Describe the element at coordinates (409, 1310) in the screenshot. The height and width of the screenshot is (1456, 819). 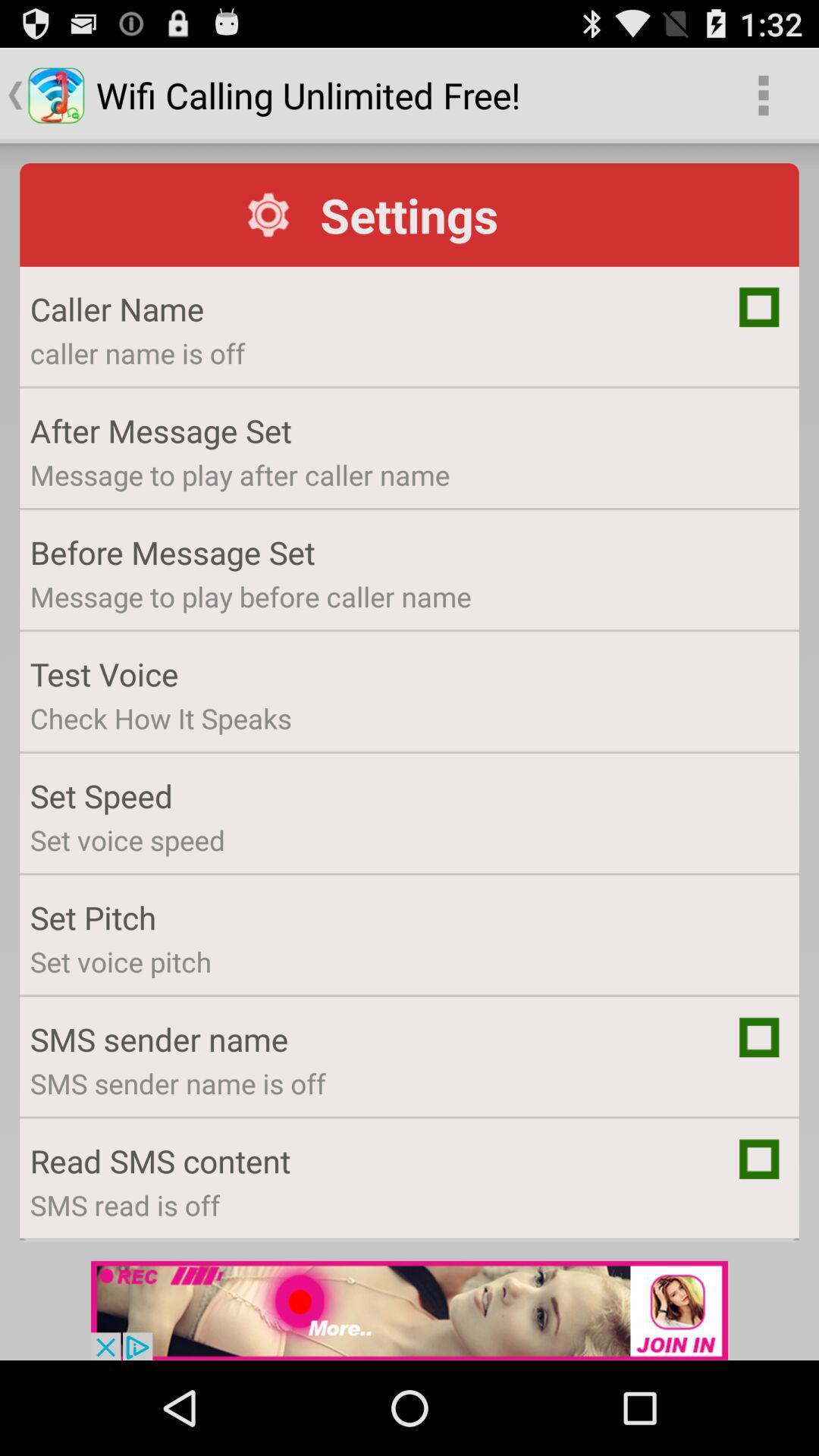
I see `the advertisement` at that location.